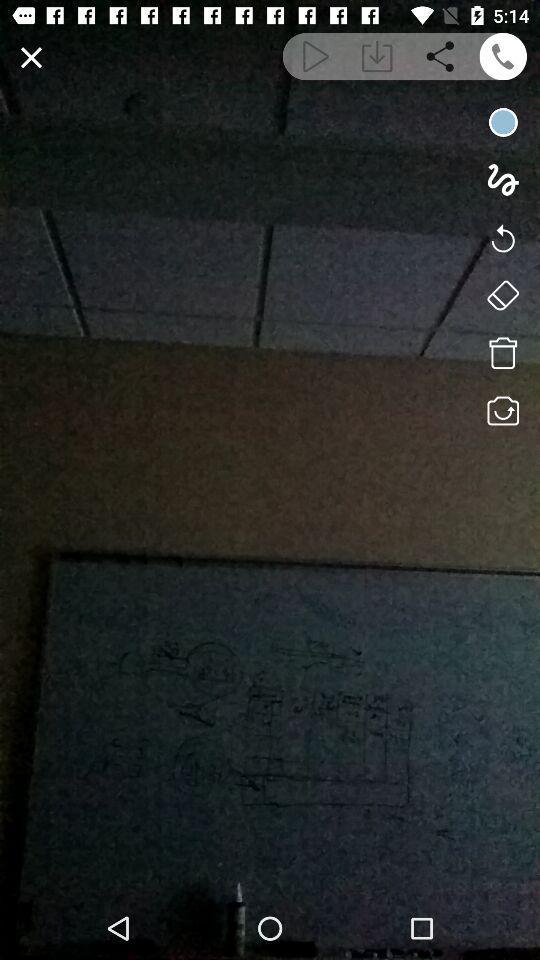 This screenshot has height=960, width=540. I want to click on playback video, so click(314, 55).